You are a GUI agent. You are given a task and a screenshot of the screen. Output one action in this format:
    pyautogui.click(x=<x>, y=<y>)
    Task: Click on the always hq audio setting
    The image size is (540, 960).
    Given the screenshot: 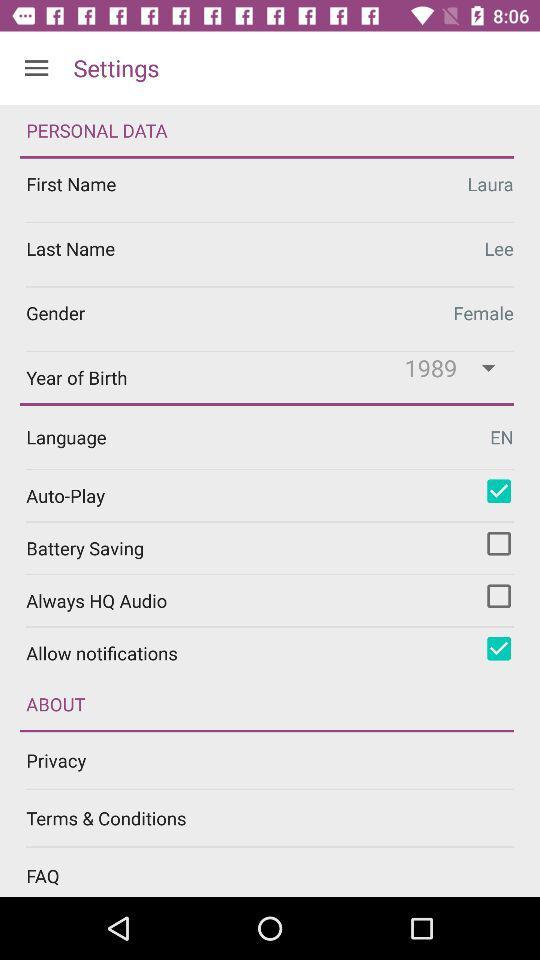 What is the action you would take?
    pyautogui.click(x=498, y=596)
    